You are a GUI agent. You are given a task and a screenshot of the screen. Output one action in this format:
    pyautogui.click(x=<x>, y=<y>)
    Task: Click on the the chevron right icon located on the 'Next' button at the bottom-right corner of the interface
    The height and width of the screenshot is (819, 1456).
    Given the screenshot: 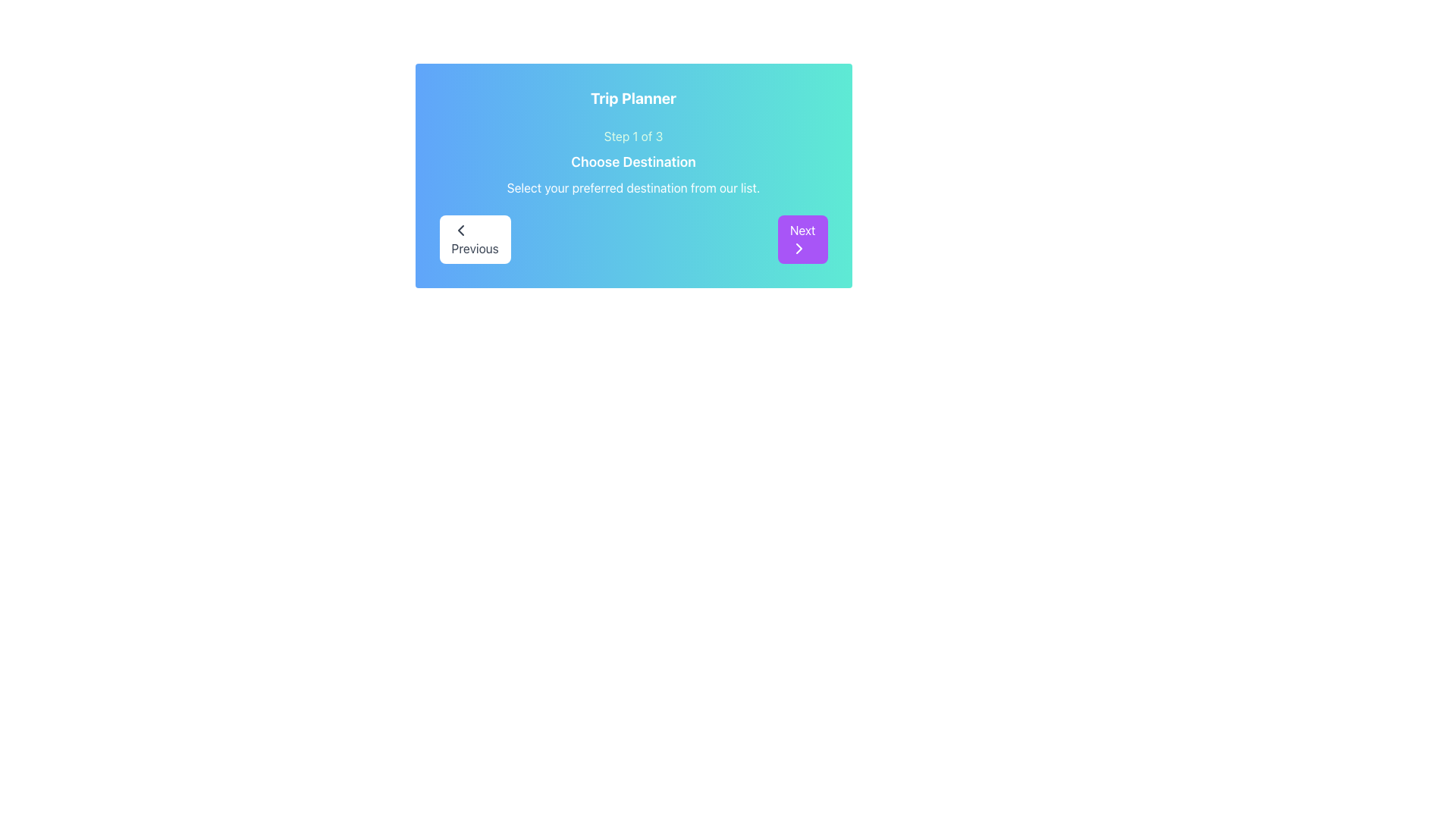 What is the action you would take?
    pyautogui.click(x=798, y=247)
    